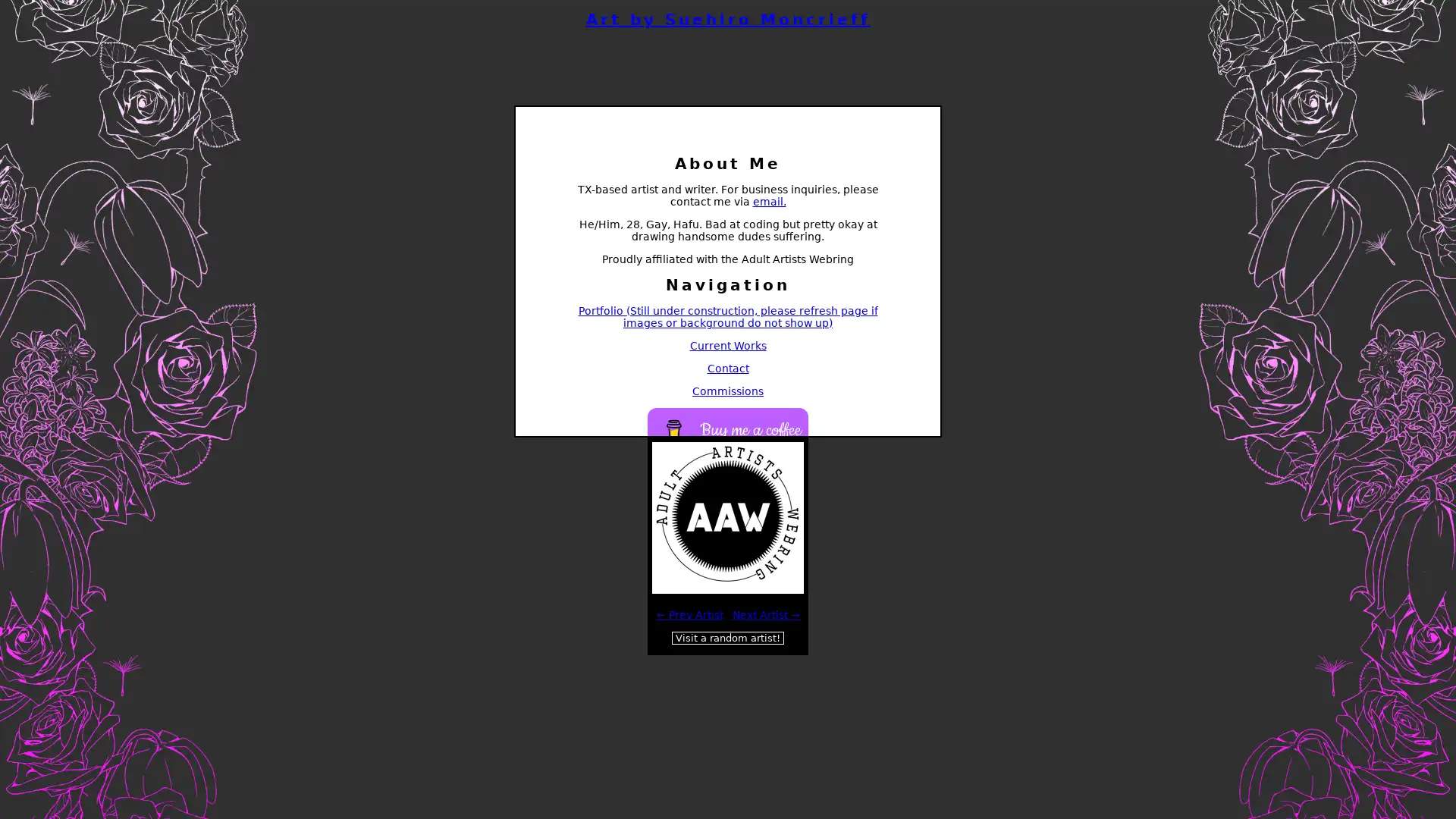 The width and height of the screenshot is (1456, 819). I want to click on Visit a random artist!, so click(728, 638).